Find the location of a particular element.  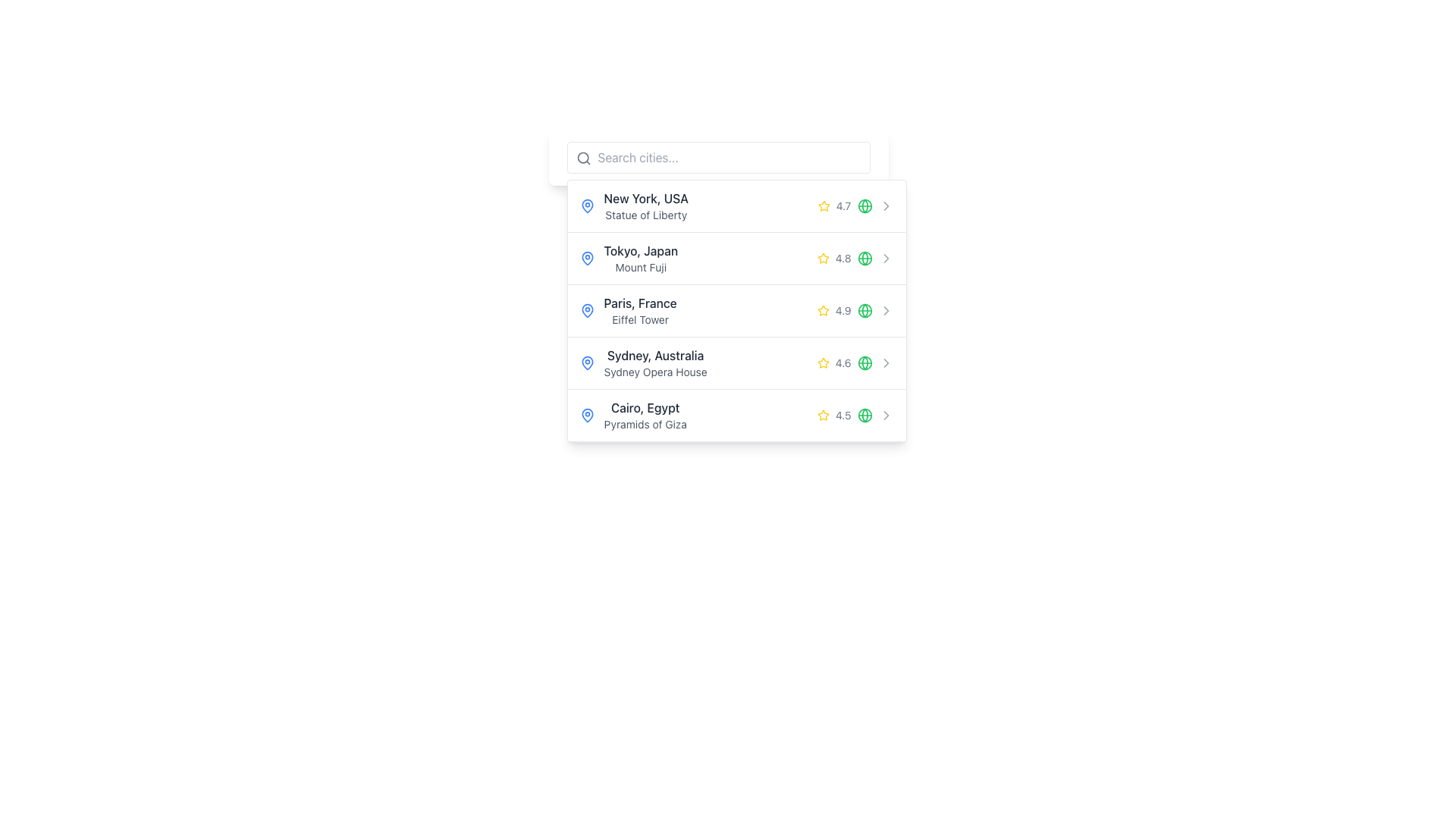

the green globe icon, which is located to the right of the 'New York, USA' list item in the suggestions dropdown is located at coordinates (864, 206).